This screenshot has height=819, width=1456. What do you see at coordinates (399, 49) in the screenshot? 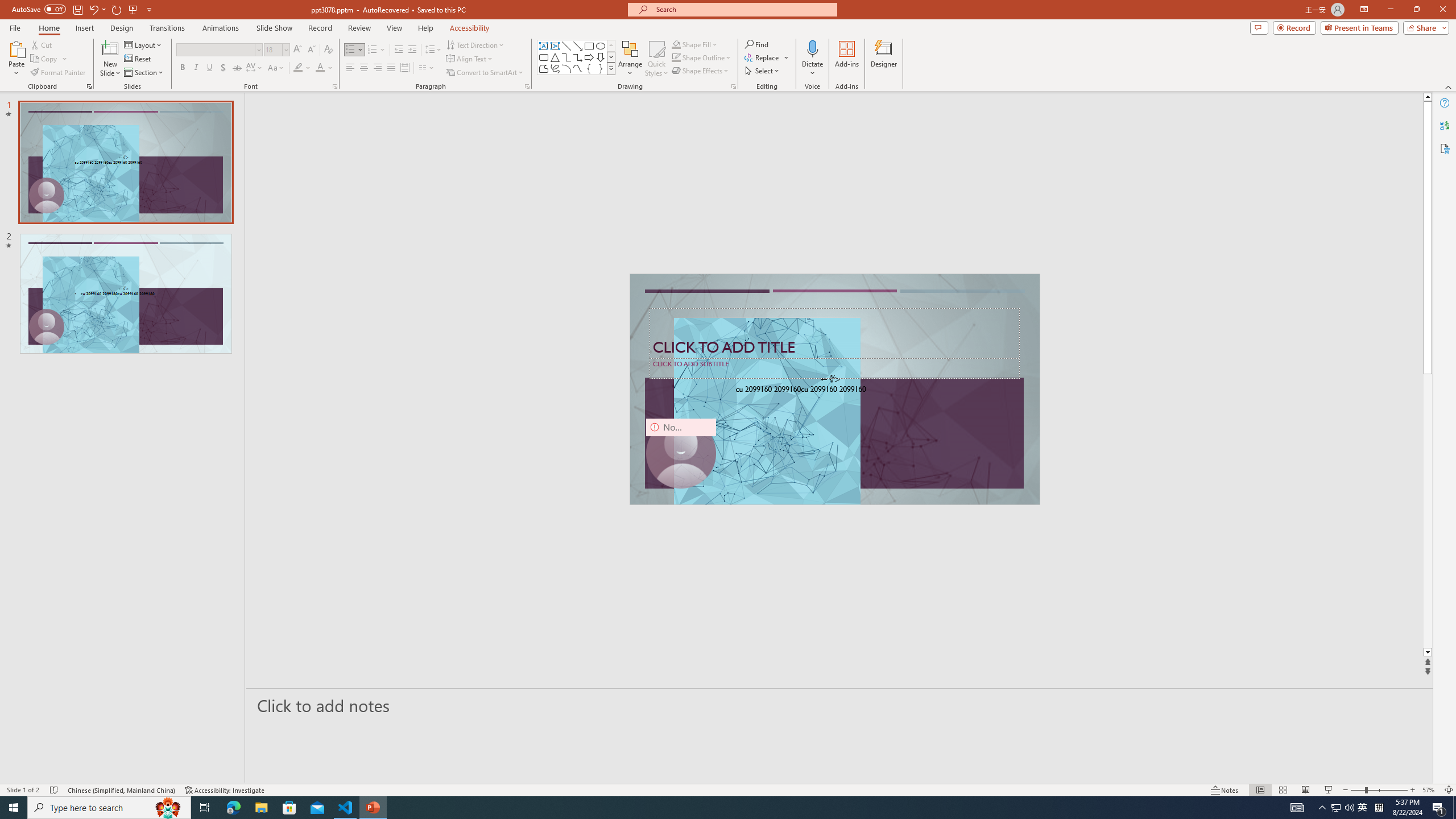
I see `'Decrease Indent'` at bounding box center [399, 49].